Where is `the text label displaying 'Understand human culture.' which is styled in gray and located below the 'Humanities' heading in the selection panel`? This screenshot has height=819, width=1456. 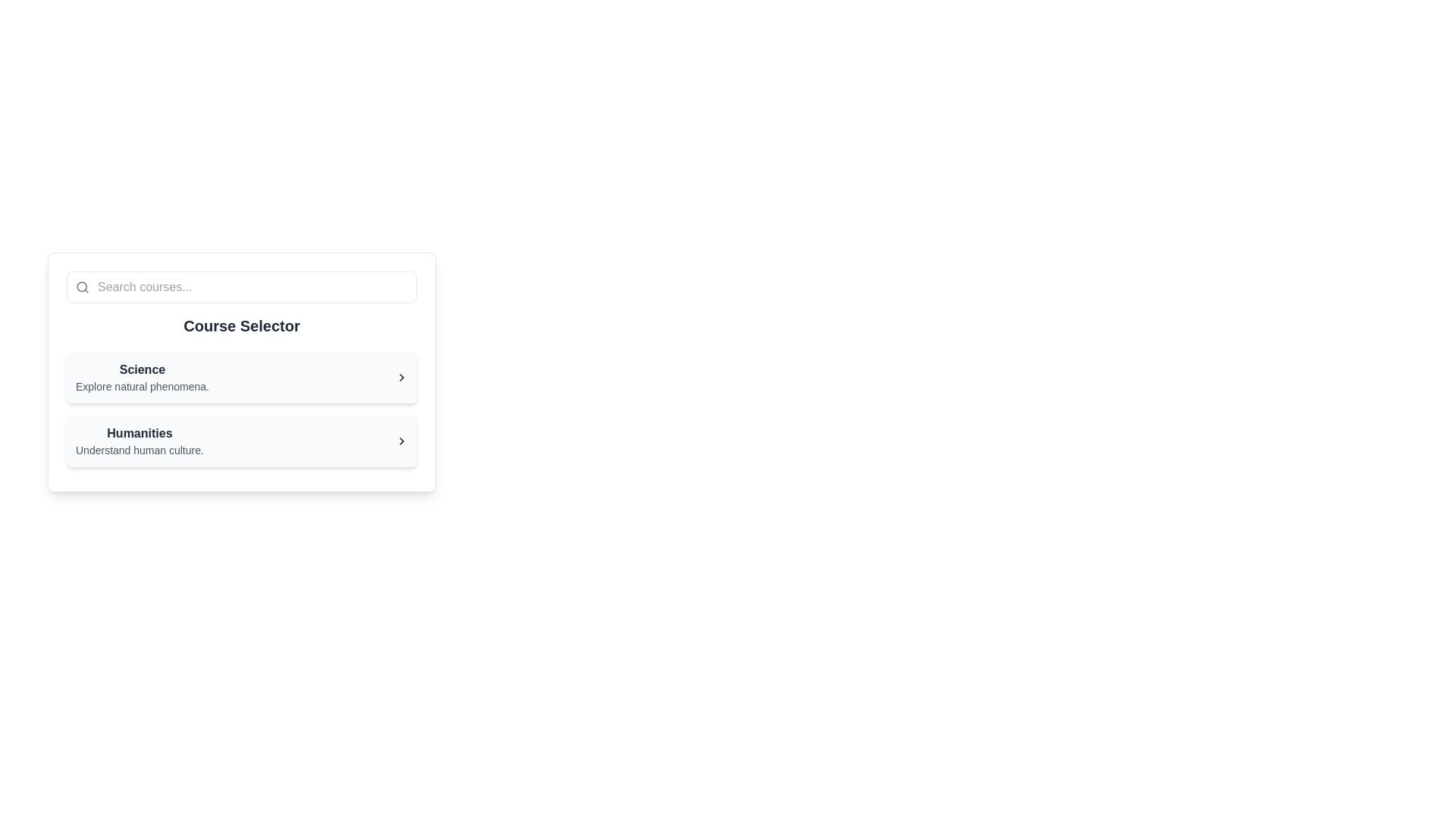
the text label displaying 'Understand human culture.' which is styled in gray and located below the 'Humanities' heading in the selection panel is located at coordinates (140, 450).